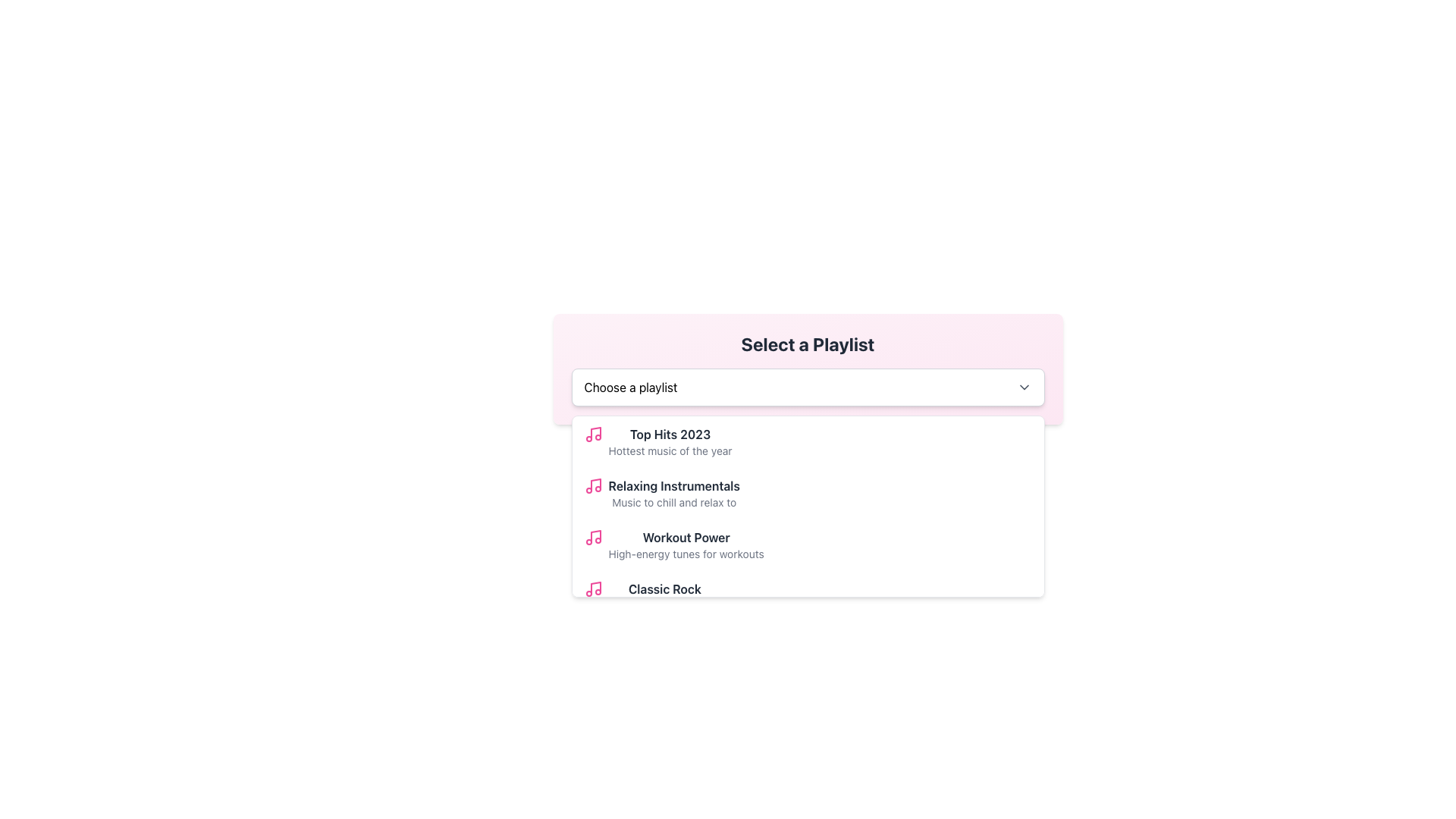 The image size is (1456, 819). Describe the element at coordinates (673, 503) in the screenshot. I see `the text label displaying 'Music to chill and relax to'` at that location.